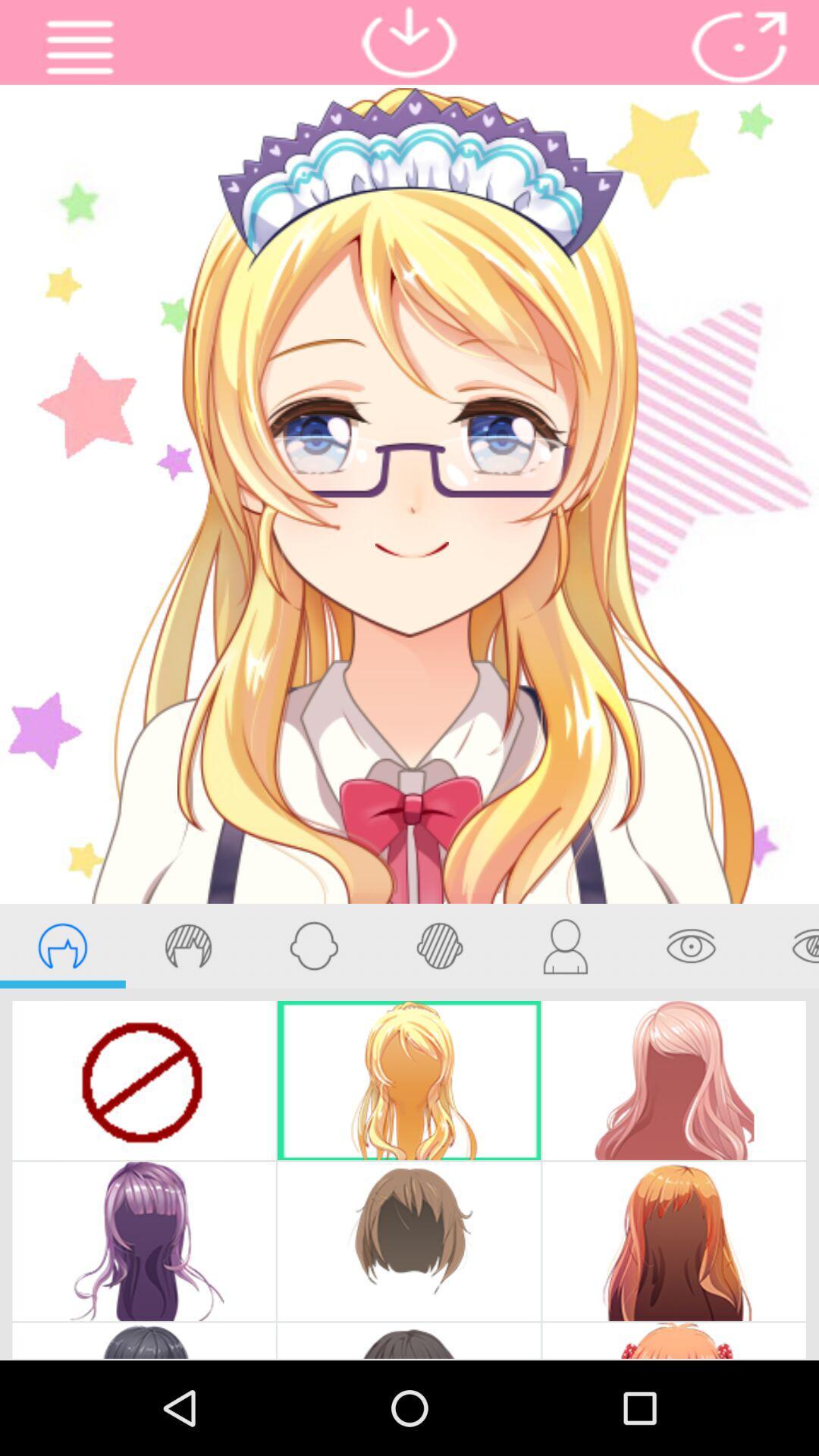 The width and height of the screenshot is (819, 1456). Describe the element at coordinates (673, 1341) in the screenshot. I see `the image which has white hair` at that location.